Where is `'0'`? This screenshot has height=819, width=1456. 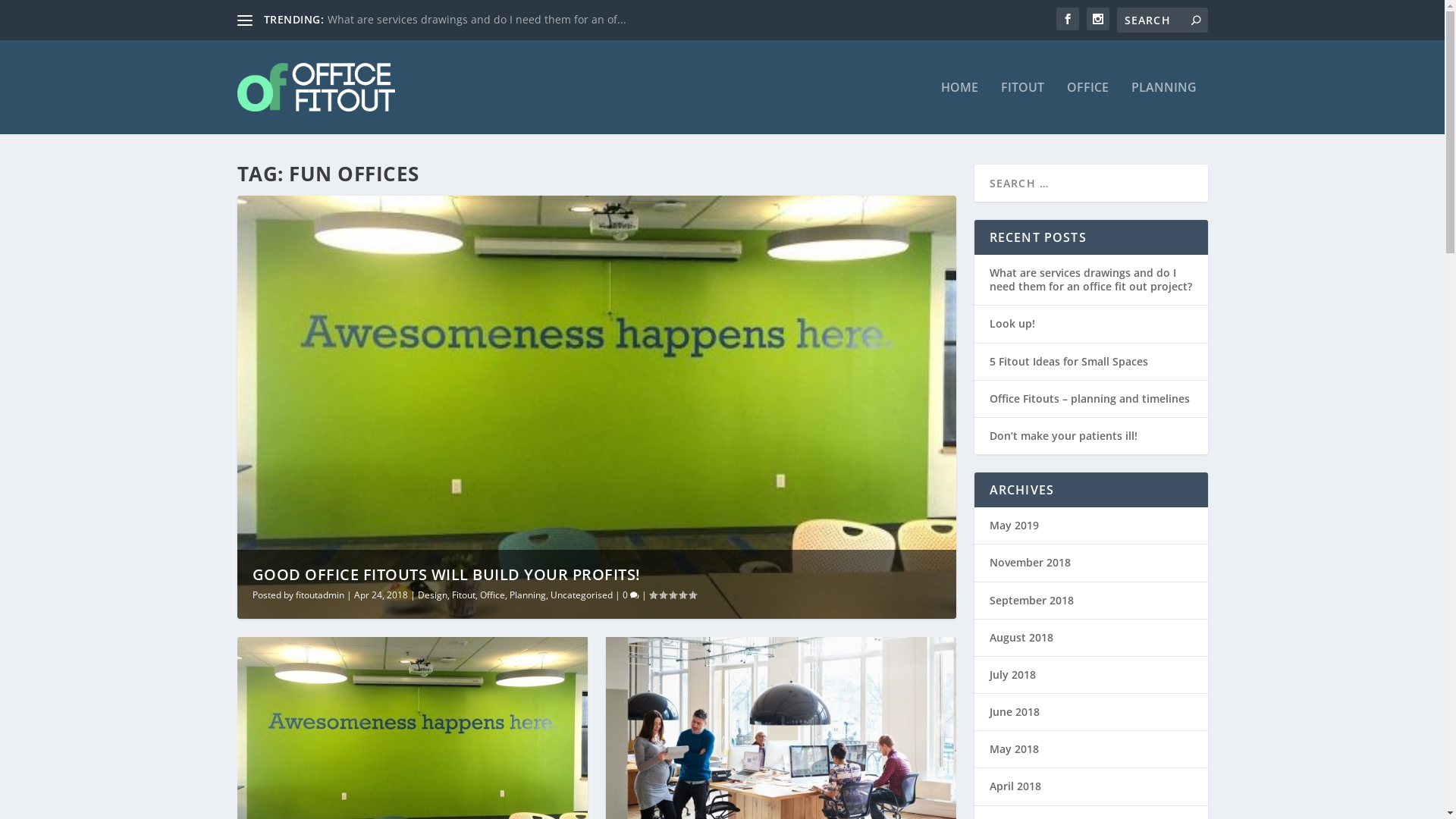
'0' is located at coordinates (622, 594).